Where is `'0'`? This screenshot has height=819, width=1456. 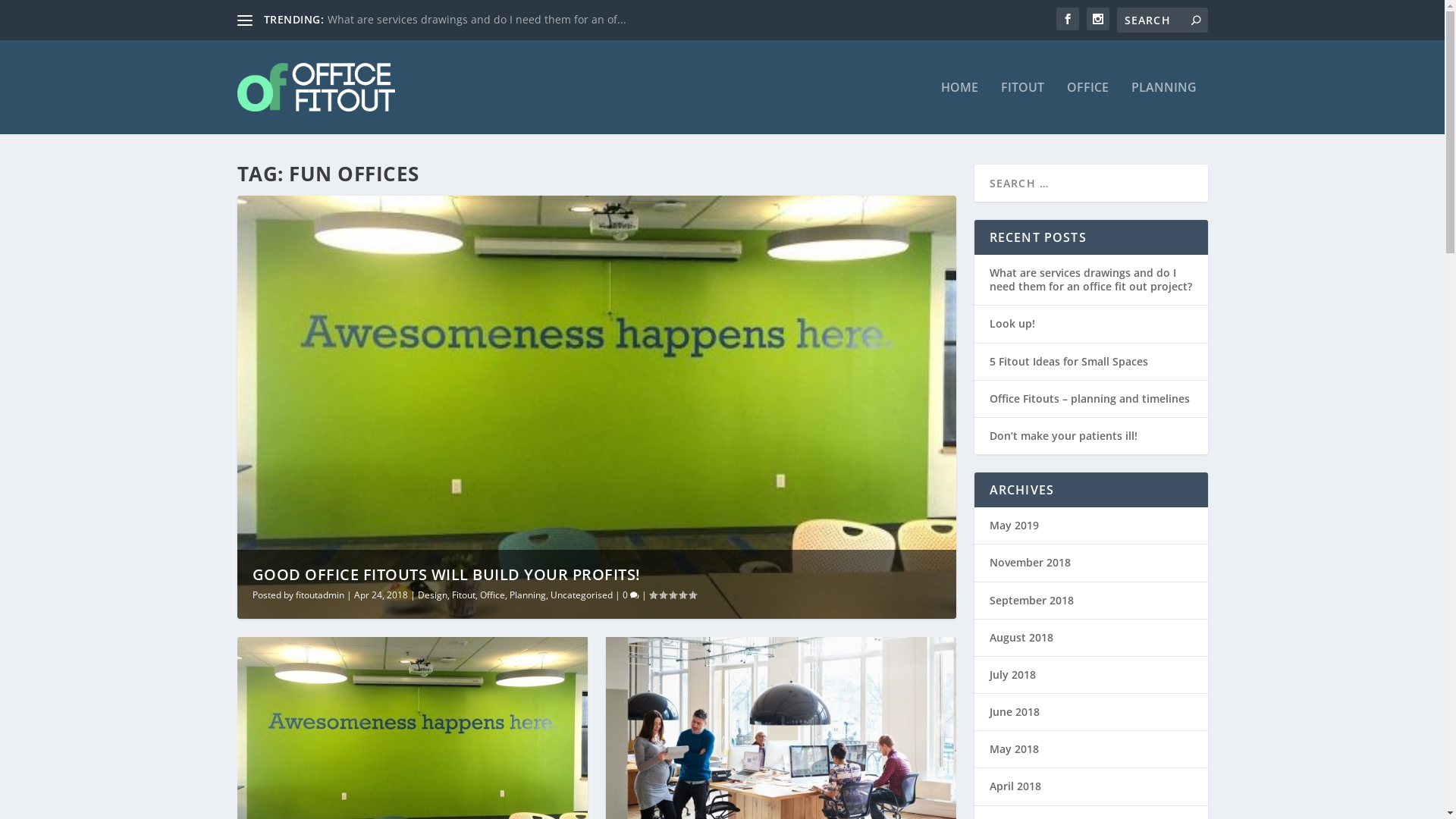
'0' is located at coordinates (622, 594).